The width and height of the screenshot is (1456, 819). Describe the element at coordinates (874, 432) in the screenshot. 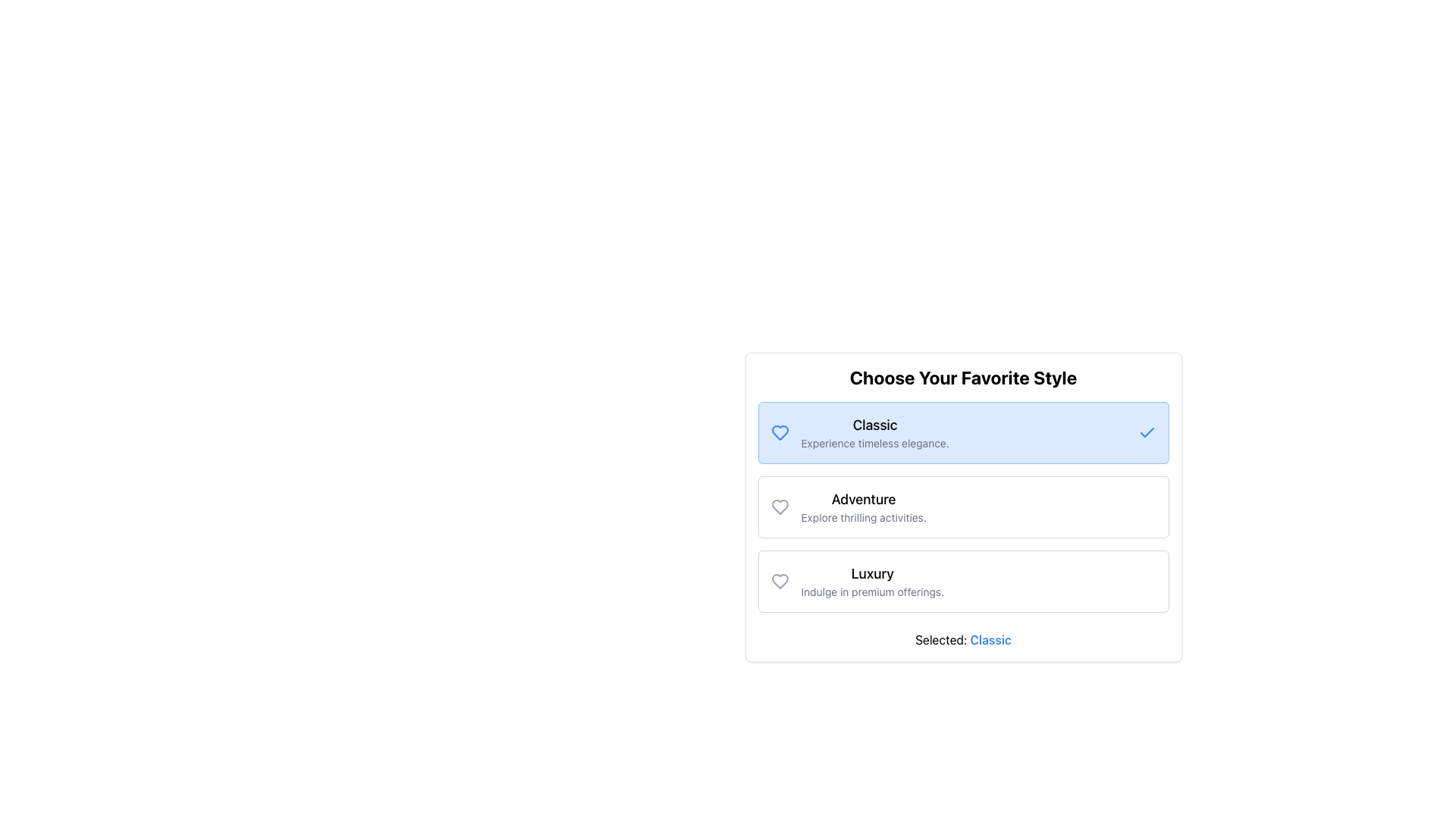

I see `to select the 'Classic' style option from the vertically stacked list of choices` at that location.